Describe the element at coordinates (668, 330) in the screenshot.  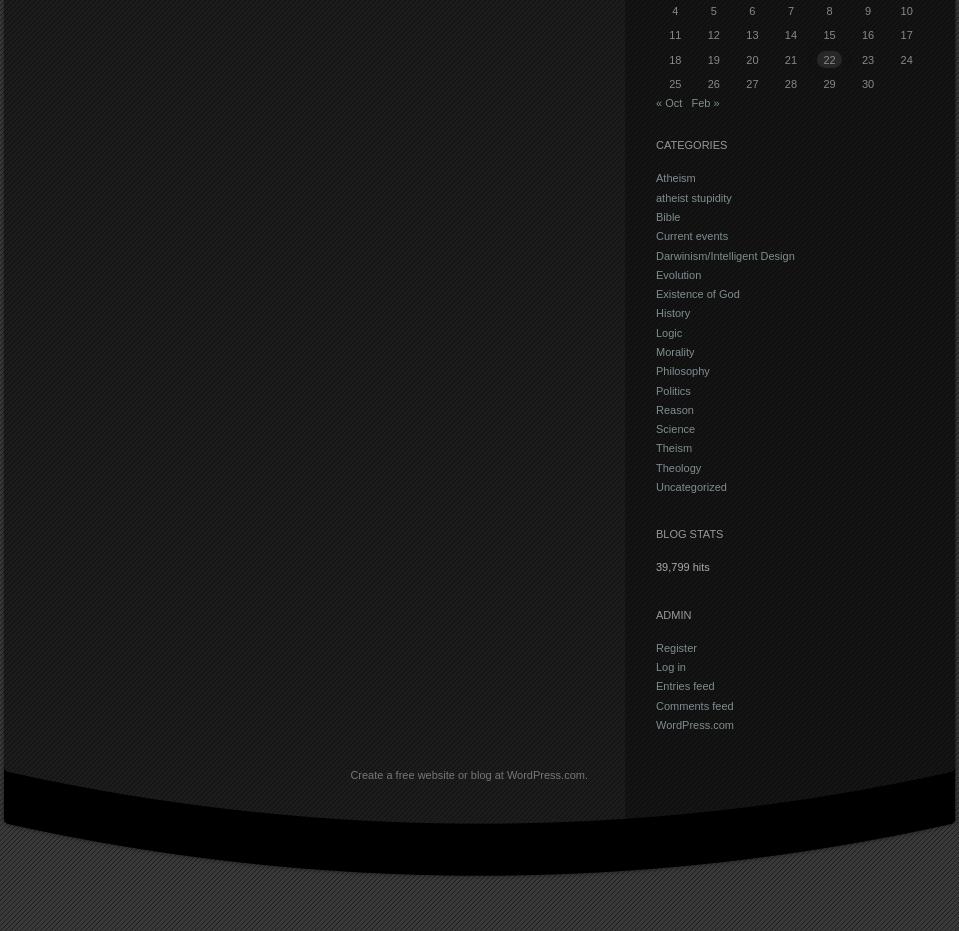
I see `'Logic'` at that location.